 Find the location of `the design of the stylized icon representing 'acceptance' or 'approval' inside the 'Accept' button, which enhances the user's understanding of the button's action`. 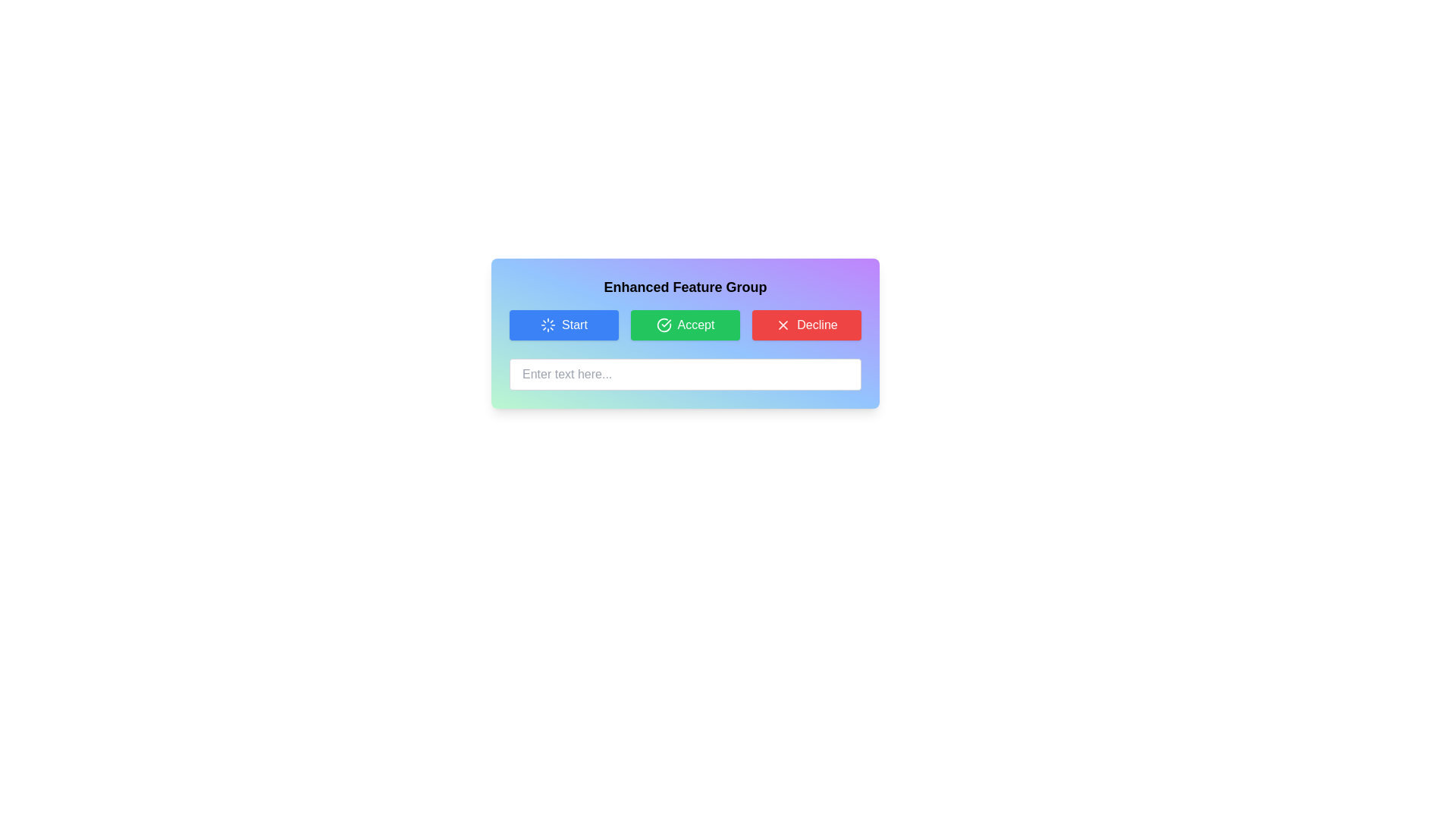

the design of the stylized icon representing 'acceptance' or 'approval' inside the 'Accept' button, which enhances the user's understanding of the button's action is located at coordinates (664, 324).